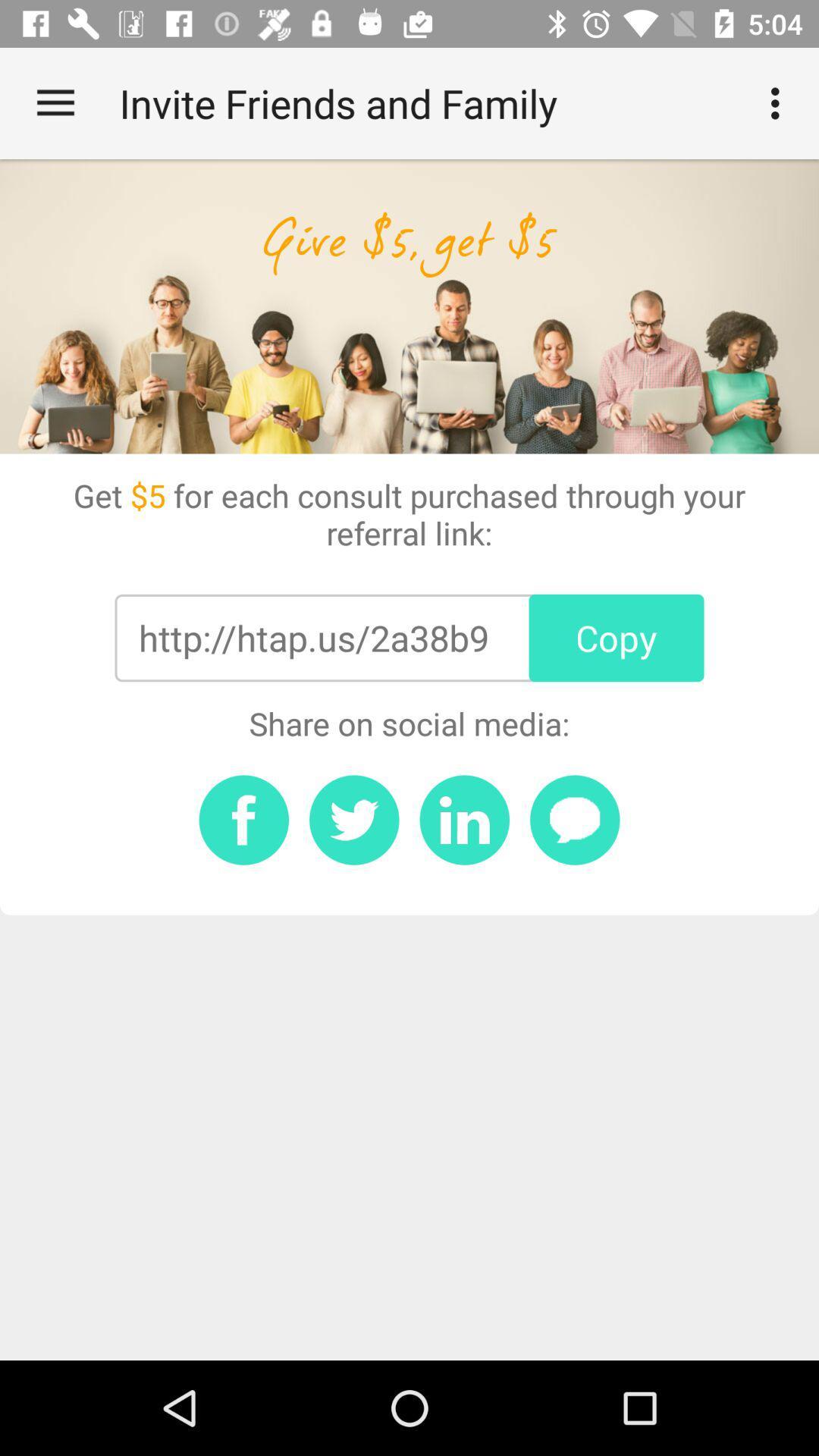 This screenshot has width=819, height=1456. What do you see at coordinates (312, 638) in the screenshot?
I see `the item above share on social` at bounding box center [312, 638].